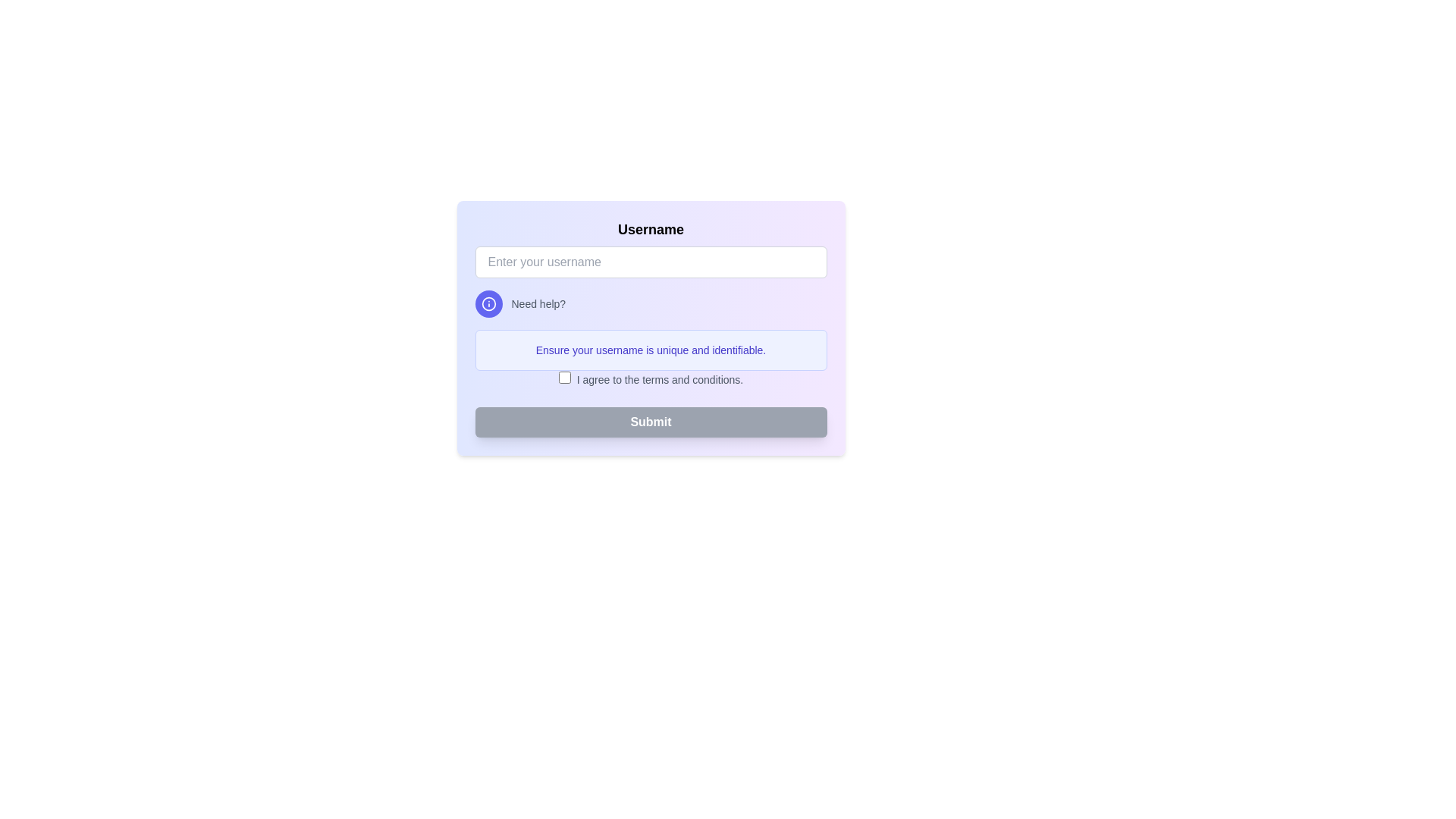 This screenshot has width=1456, height=819. What do you see at coordinates (488, 304) in the screenshot?
I see `the help button located on the left side of the 'Need help?' text, just below the username input field within the modal window` at bounding box center [488, 304].